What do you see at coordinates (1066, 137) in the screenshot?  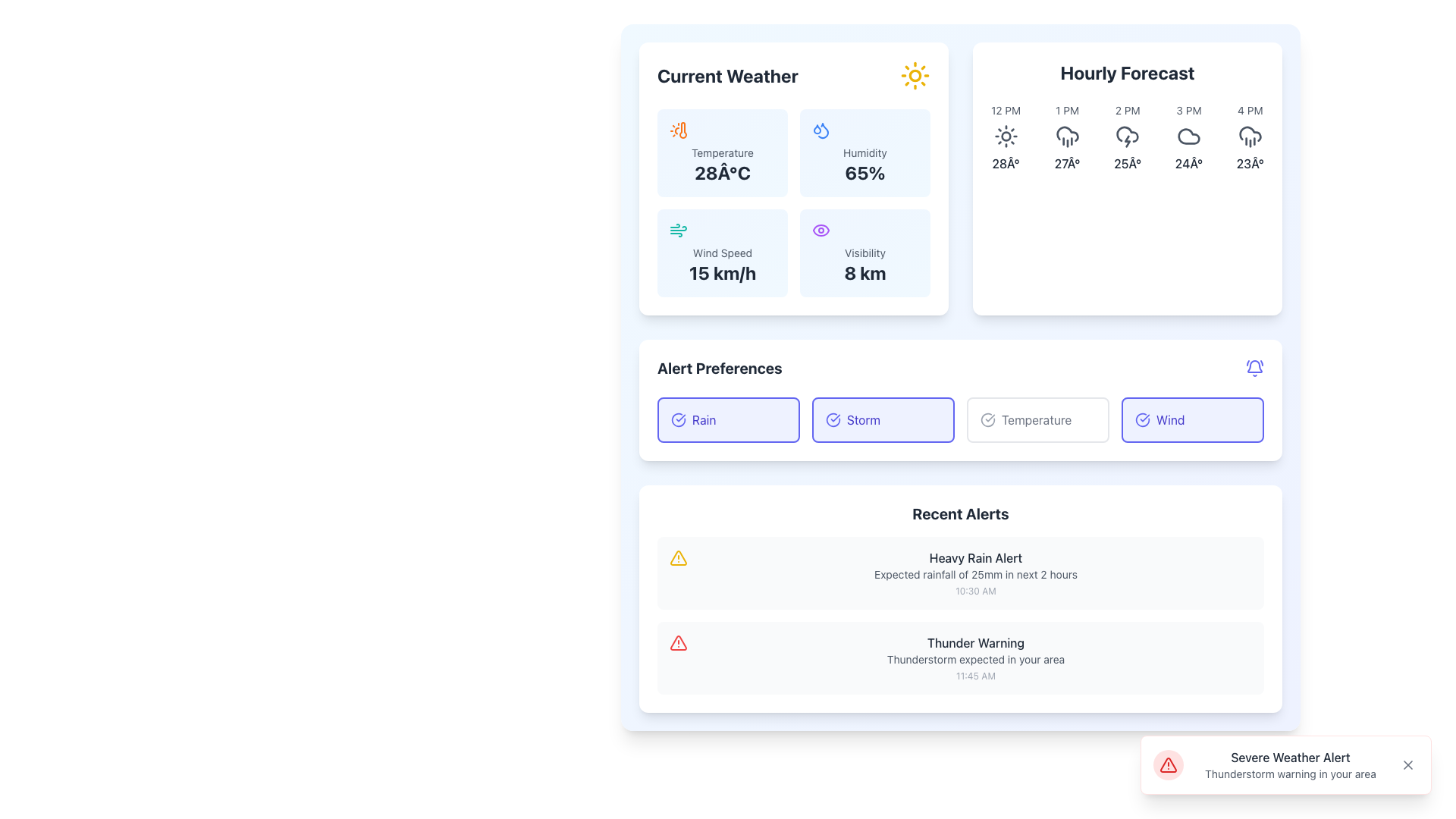 I see `the Static Information Display element that shows the weather forecast for 1 PM, which includes rain icons and a temperature of 27°C, located in the second column of the 'Hourly Forecast' section` at bounding box center [1066, 137].